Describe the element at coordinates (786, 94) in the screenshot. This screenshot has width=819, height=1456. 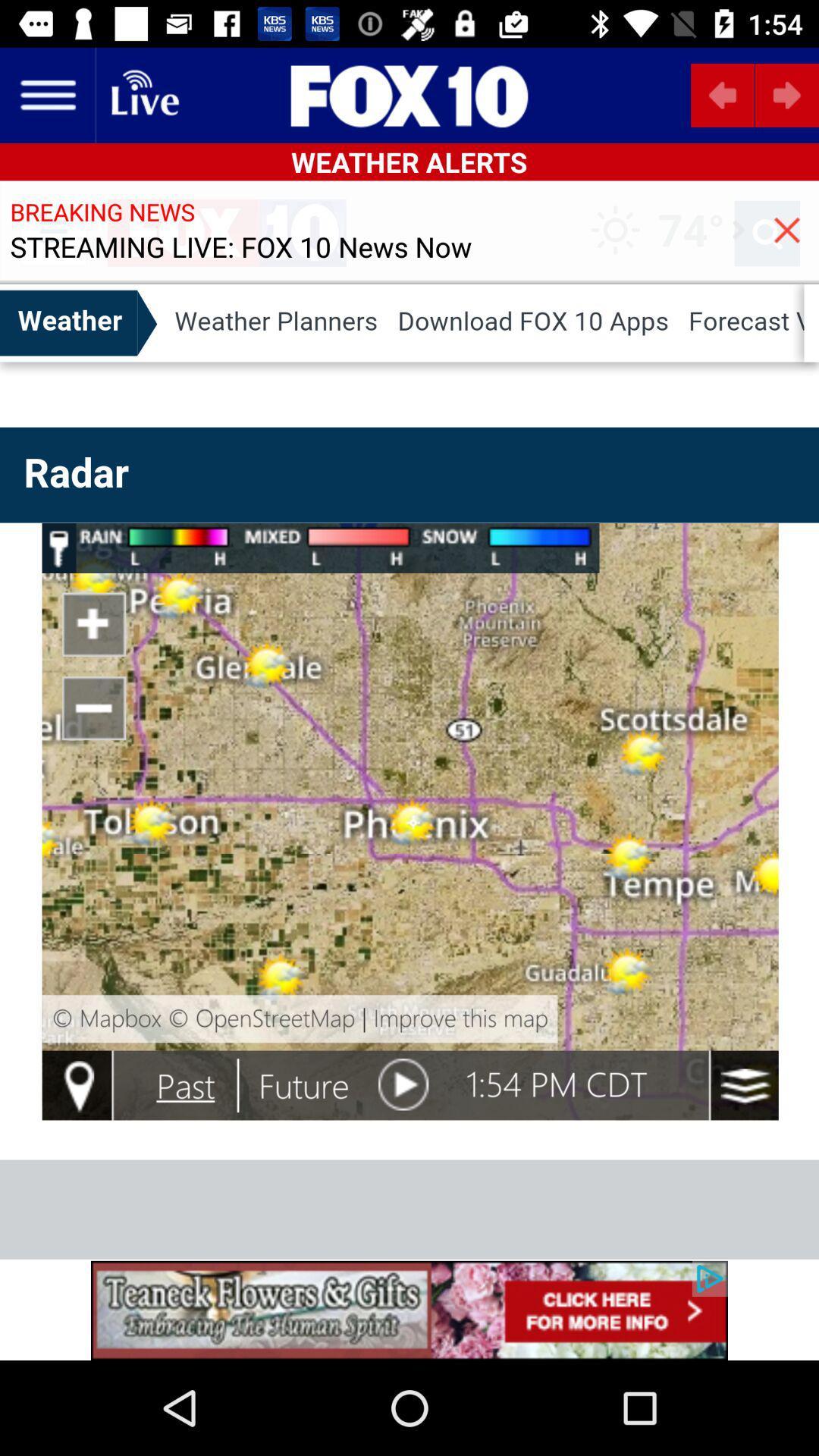
I see `the arrow_forward icon` at that location.